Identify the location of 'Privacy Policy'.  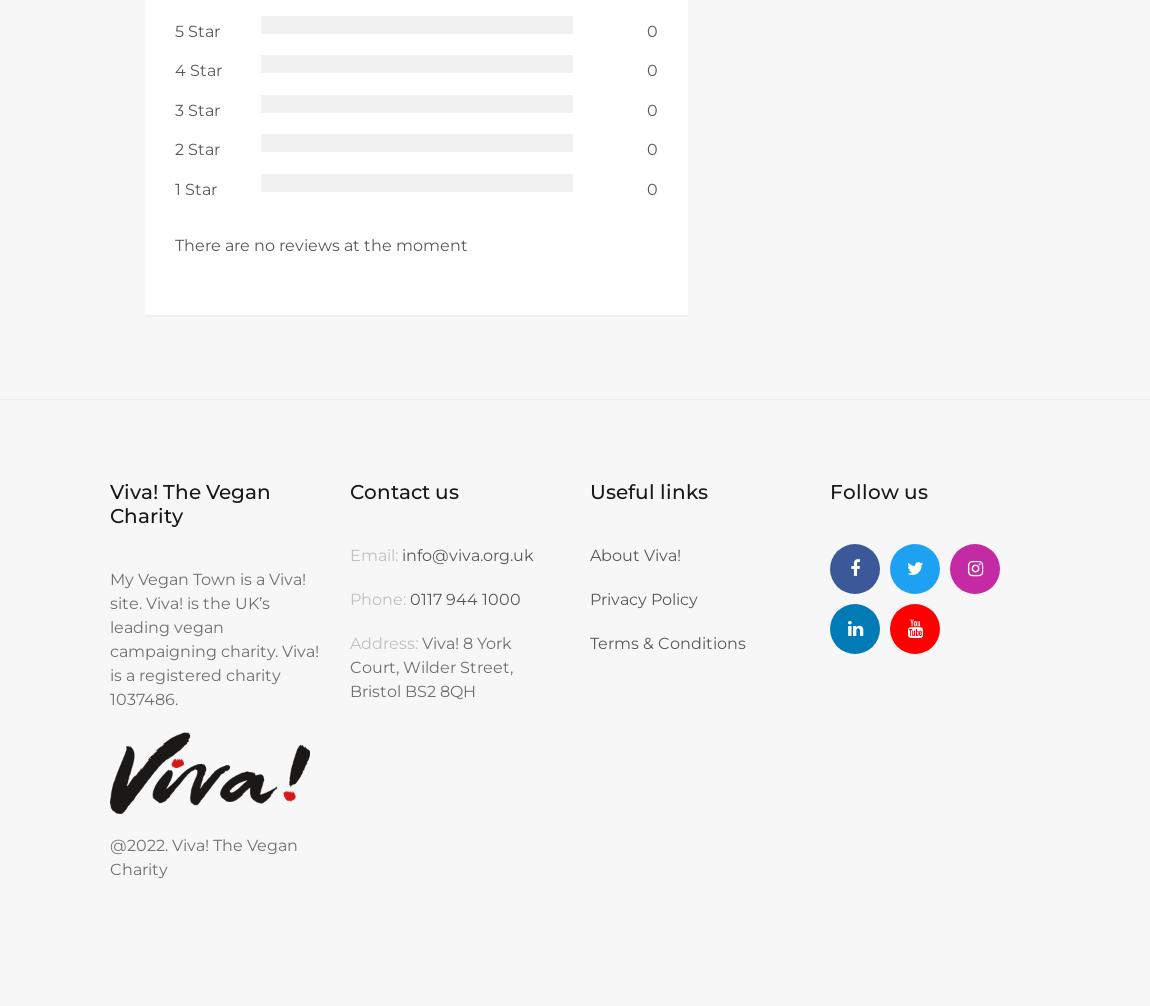
(588, 599).